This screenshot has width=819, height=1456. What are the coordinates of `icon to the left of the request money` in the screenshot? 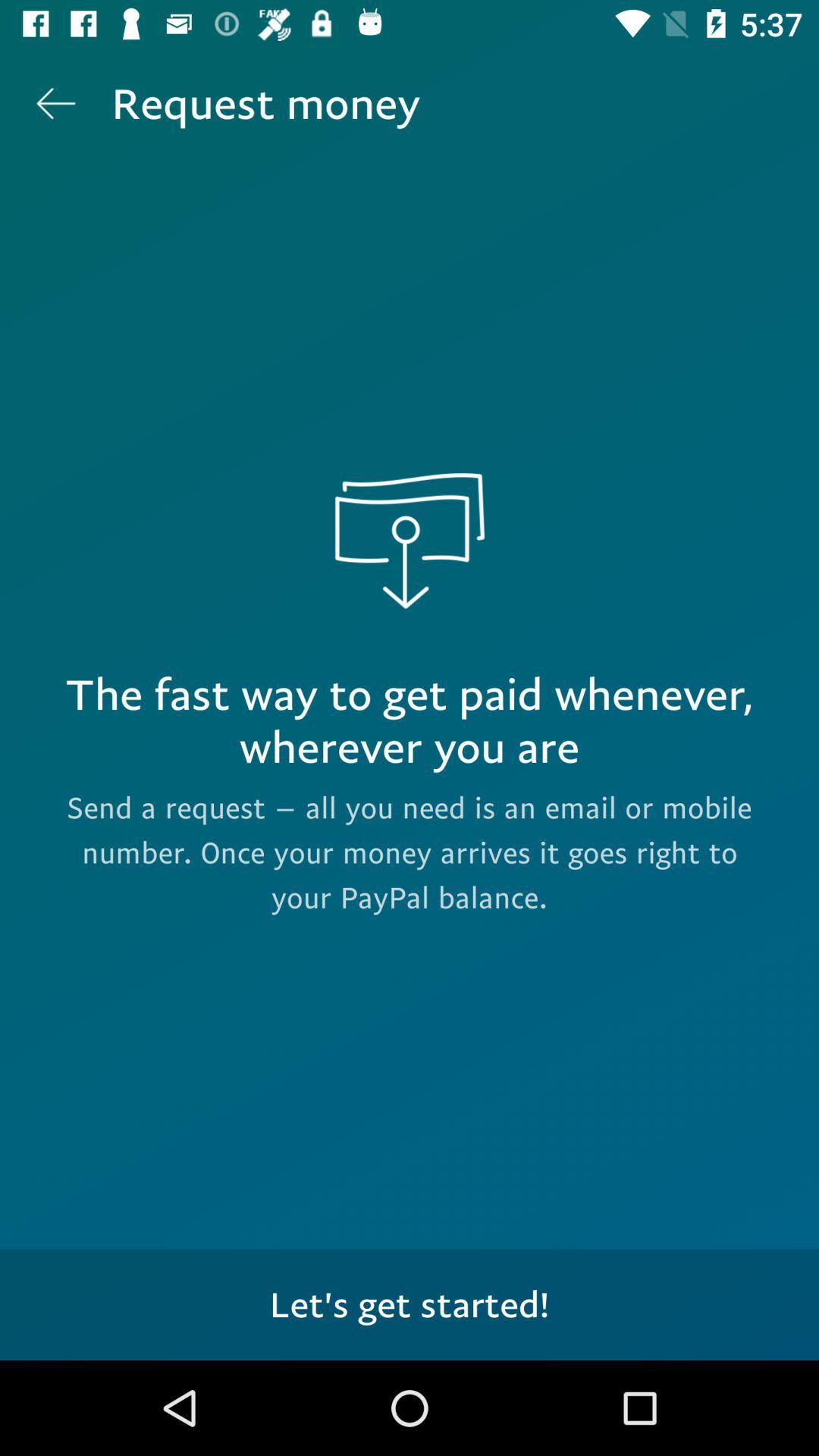 It's located at (55, 102).